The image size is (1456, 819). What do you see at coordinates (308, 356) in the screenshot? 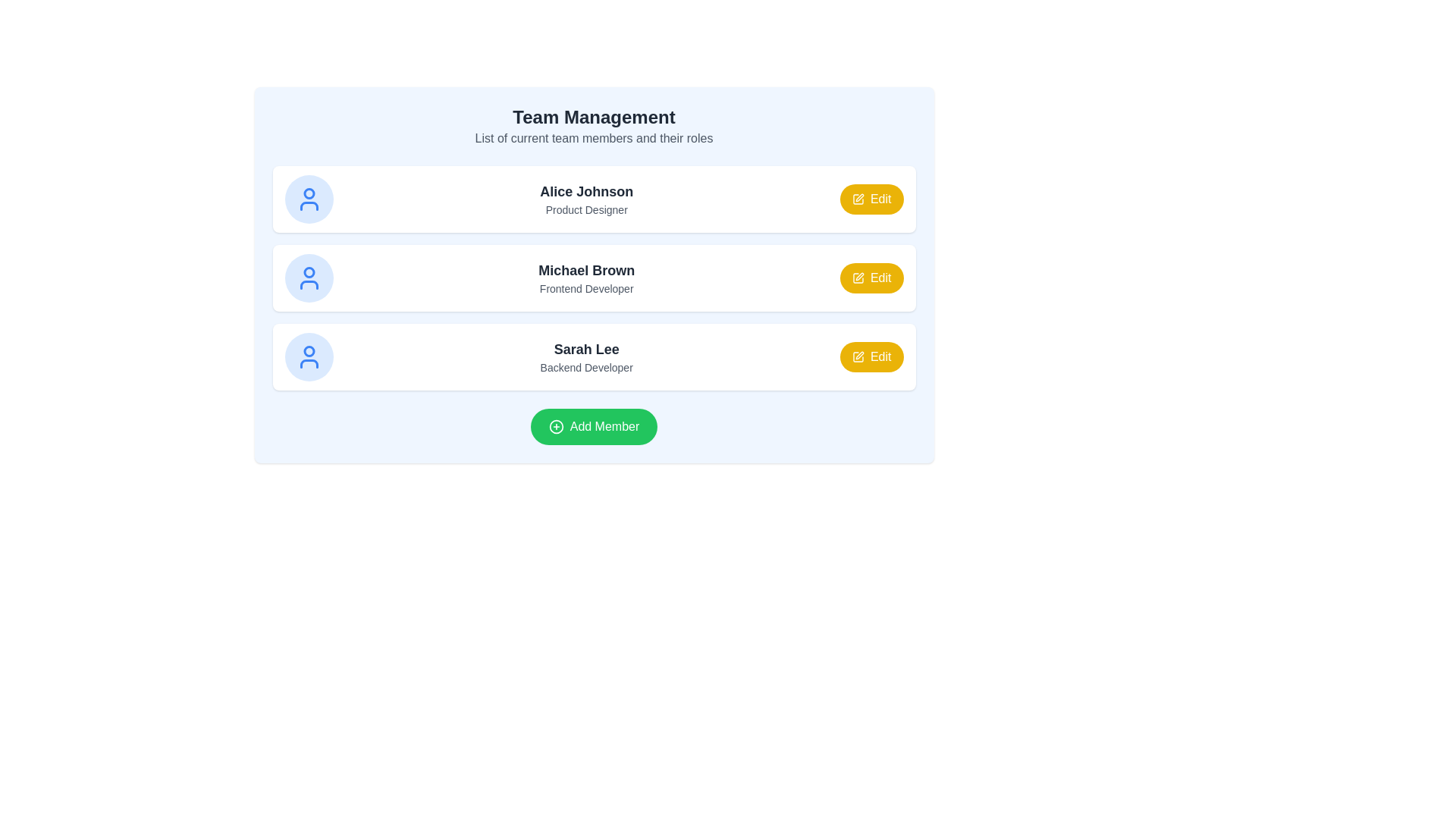
I see `the user avatar icon with a light blue background and a user symbol, located in the third row next to 'Sarah Lee, Backend Developer' in the Team Management panel` at bounding box center [308, 356].